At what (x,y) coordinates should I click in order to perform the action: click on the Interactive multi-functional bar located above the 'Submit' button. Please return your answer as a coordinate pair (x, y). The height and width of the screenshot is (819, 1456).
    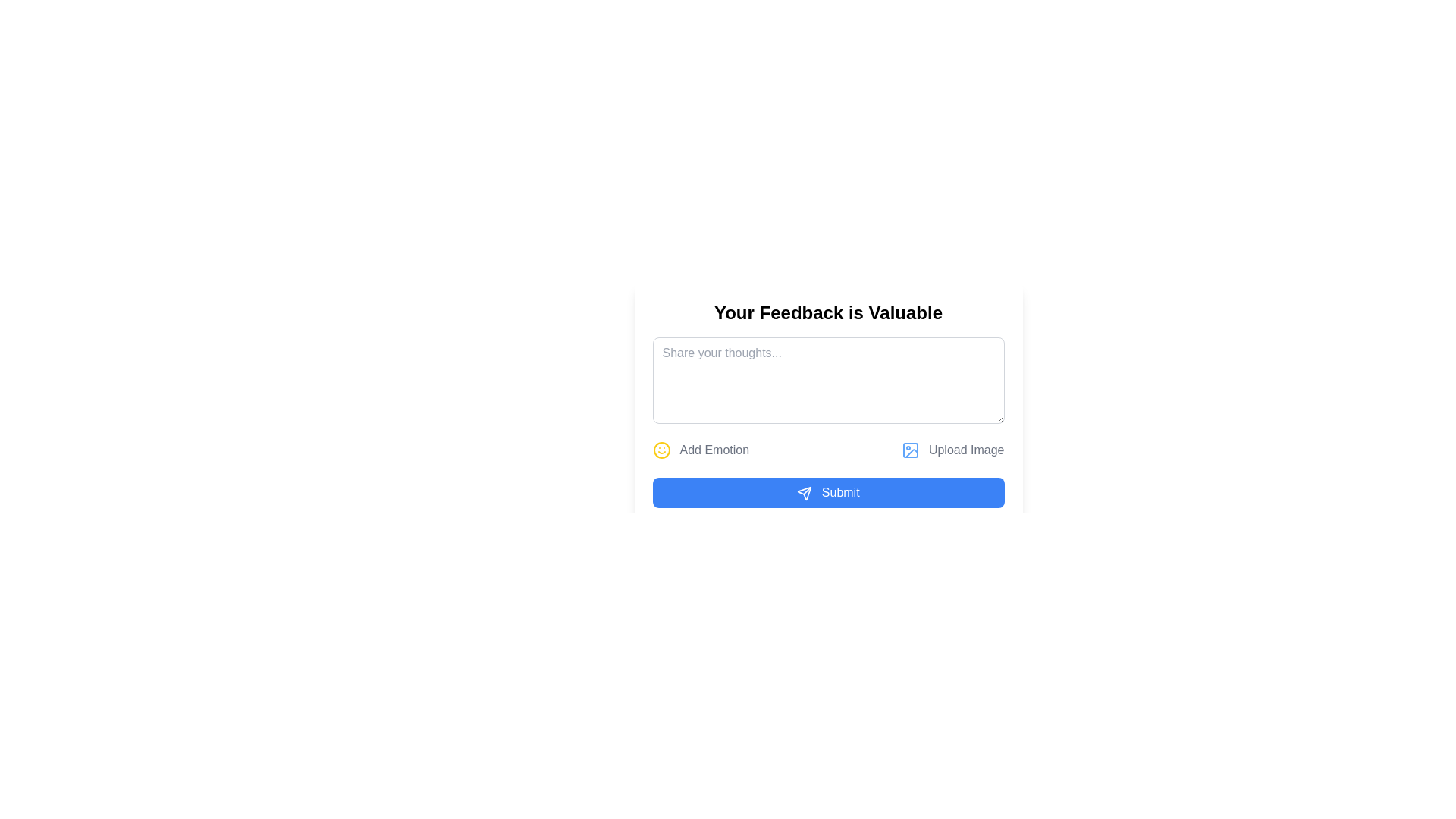
    Looking at the image, I should click on (827, 450).